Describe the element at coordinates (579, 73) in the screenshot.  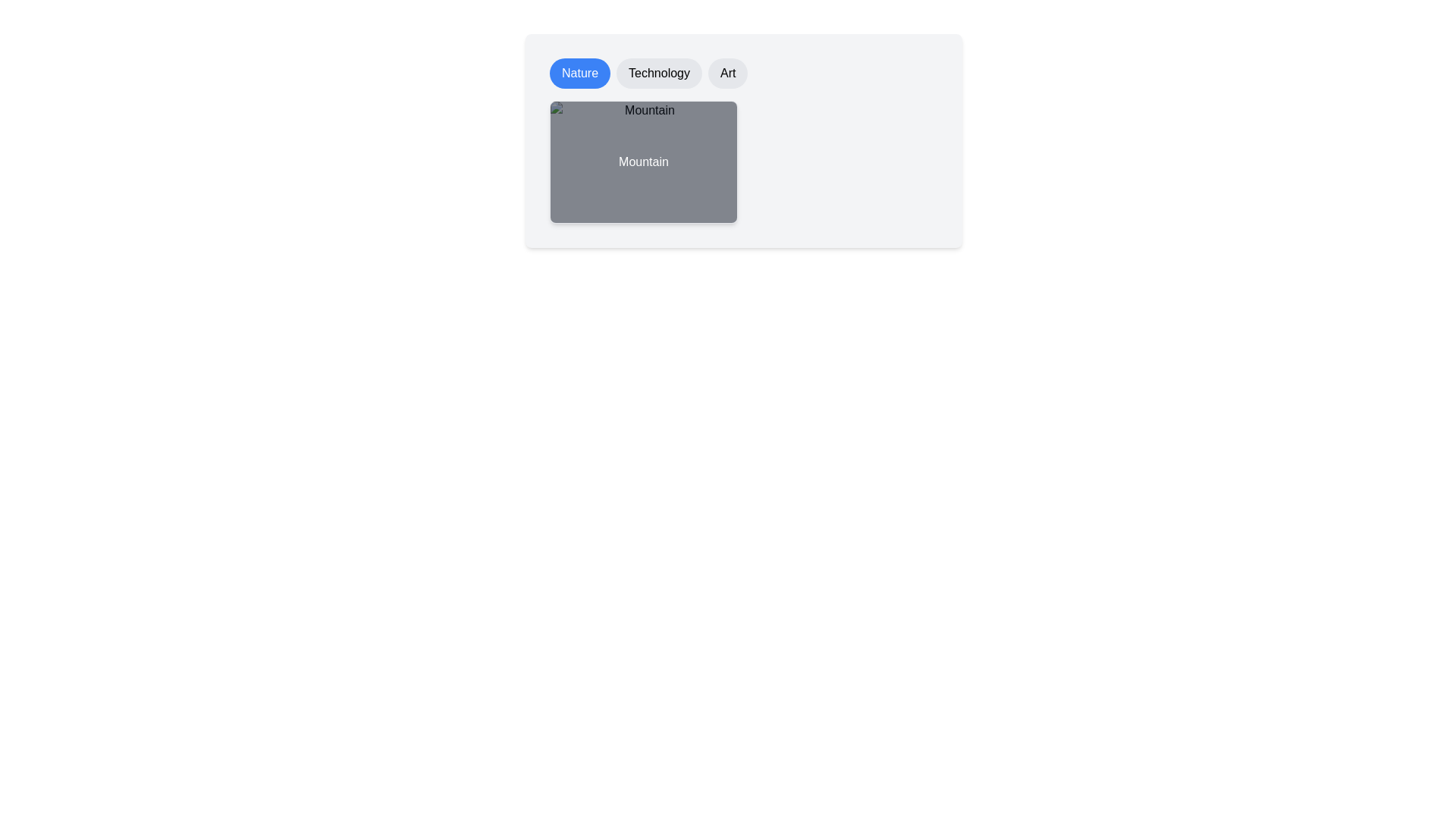
I see `the Nature chip to filter images by the selected category` at that location.